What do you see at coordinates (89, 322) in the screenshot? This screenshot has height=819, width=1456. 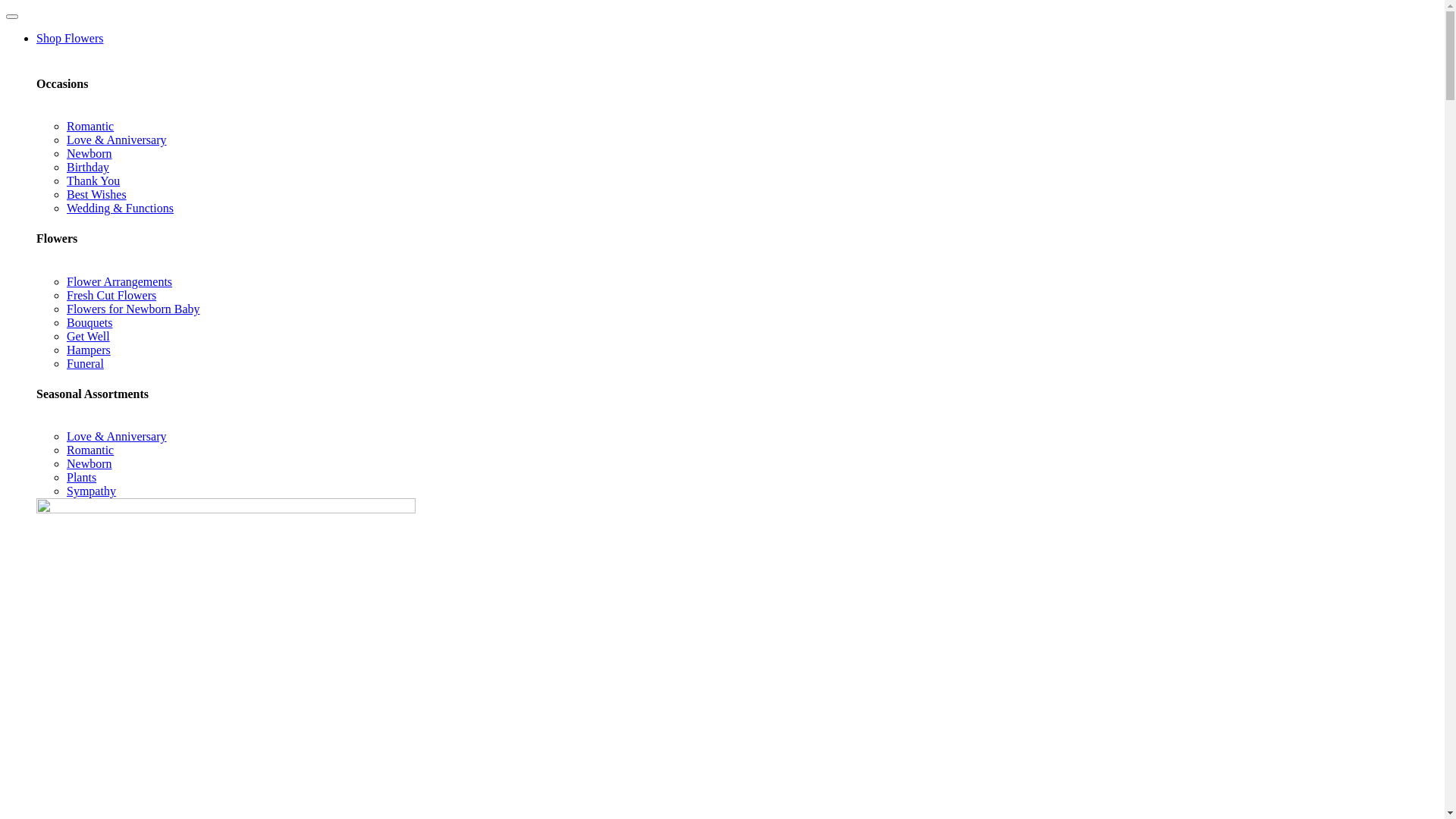 I see `'Bouquets'` at bounding box center [89, 322].